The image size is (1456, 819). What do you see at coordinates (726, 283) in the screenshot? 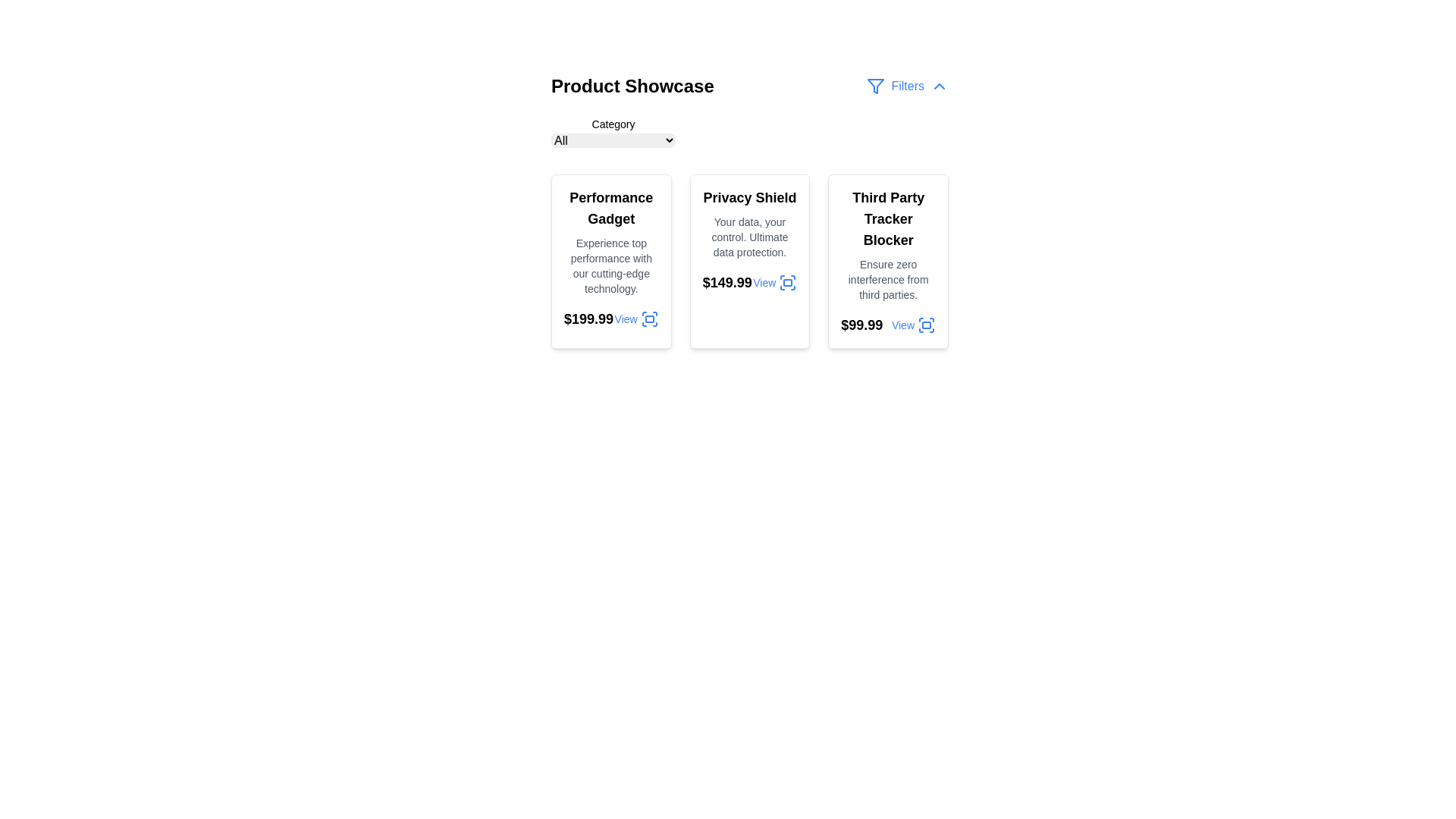
I see `value of the price displayed as '$149.99' in bold text on a white background within the product card for the 'Privacy Shield' product` at bounding box center [726, 283].